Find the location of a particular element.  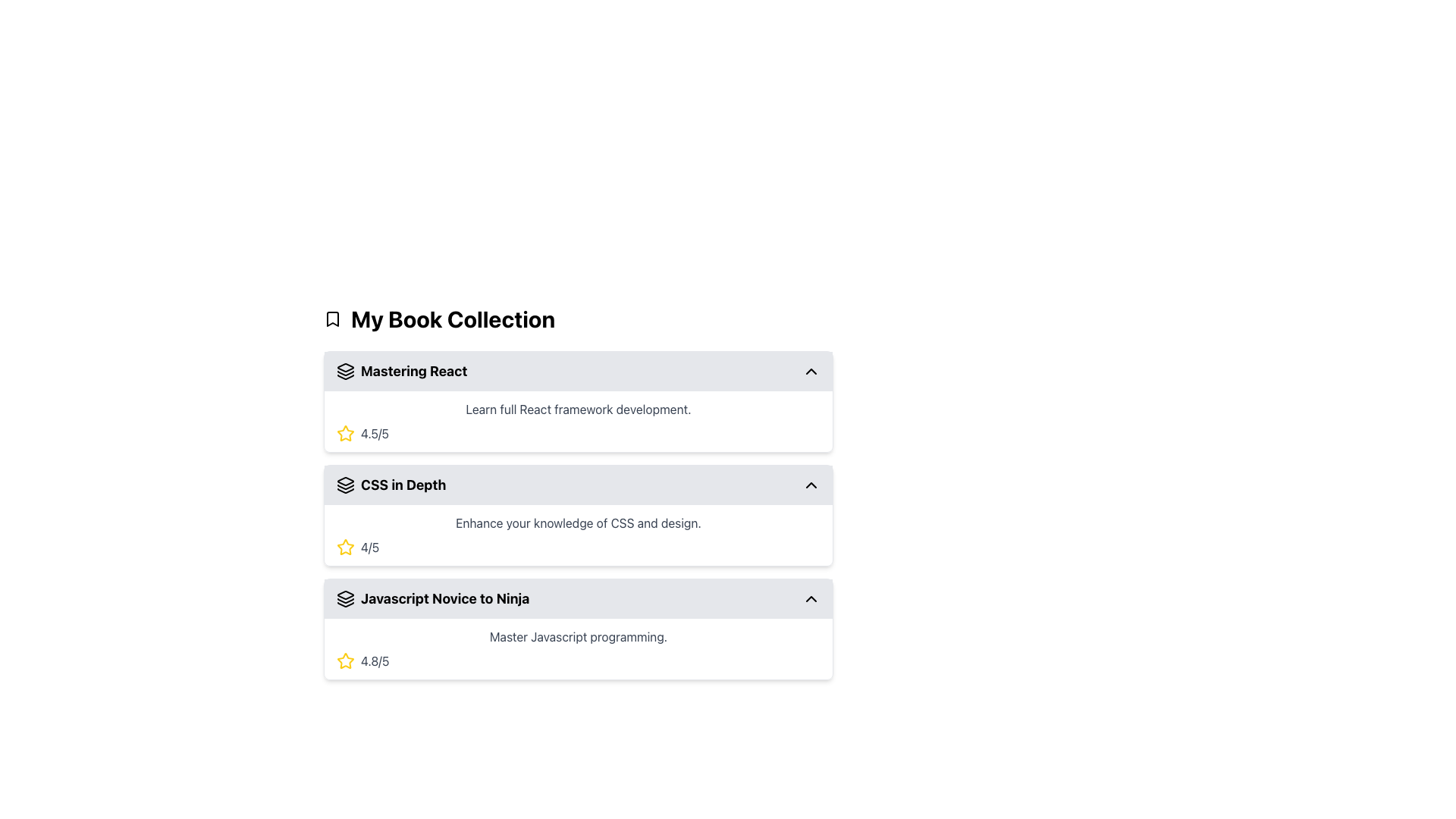

the text label that displays the title of the book, located at the center of the third entry in a vertical list of book titles, aligned to the left of an icon representing layers is located at coordinates (444, 598).